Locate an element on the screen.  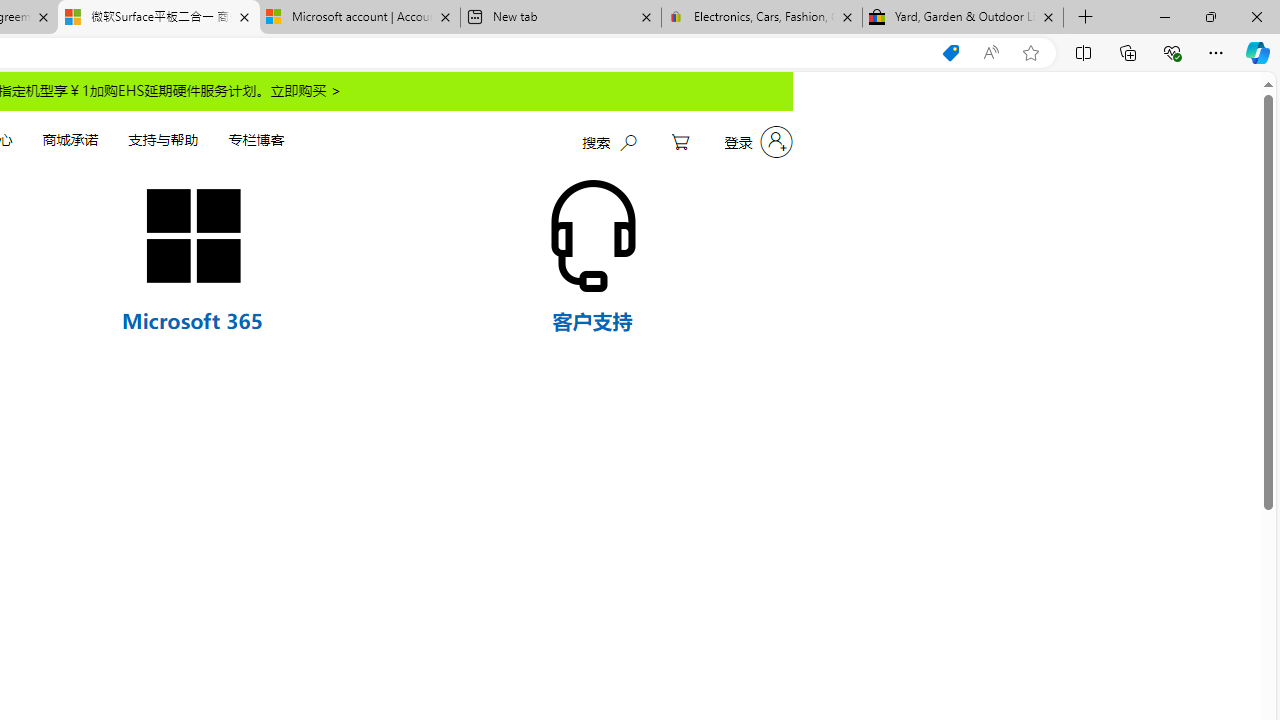
'New Tab' is located at coordinates (1085, 17).